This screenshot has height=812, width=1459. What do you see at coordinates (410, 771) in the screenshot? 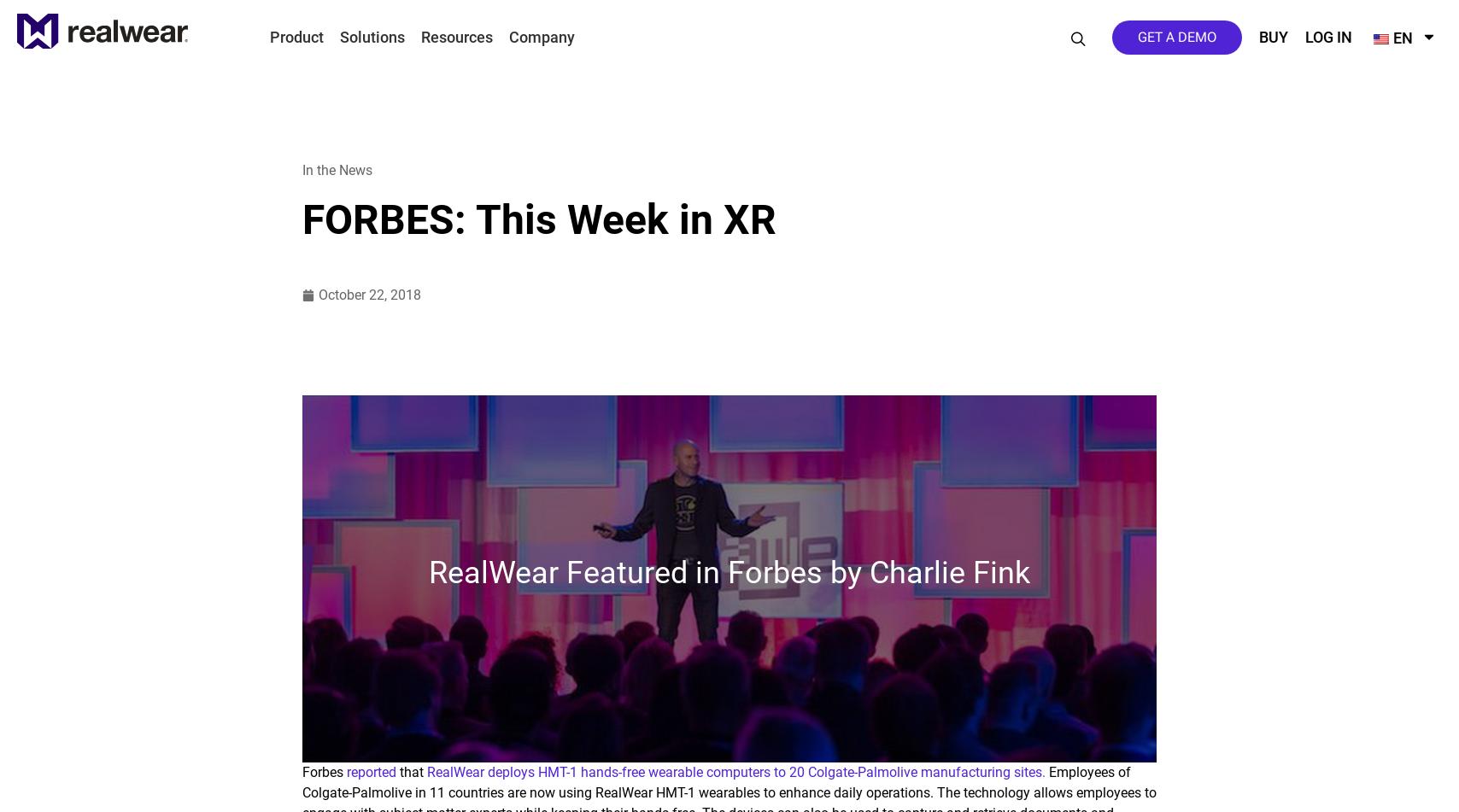
I see `'that'` at bounding box center [410, 771].